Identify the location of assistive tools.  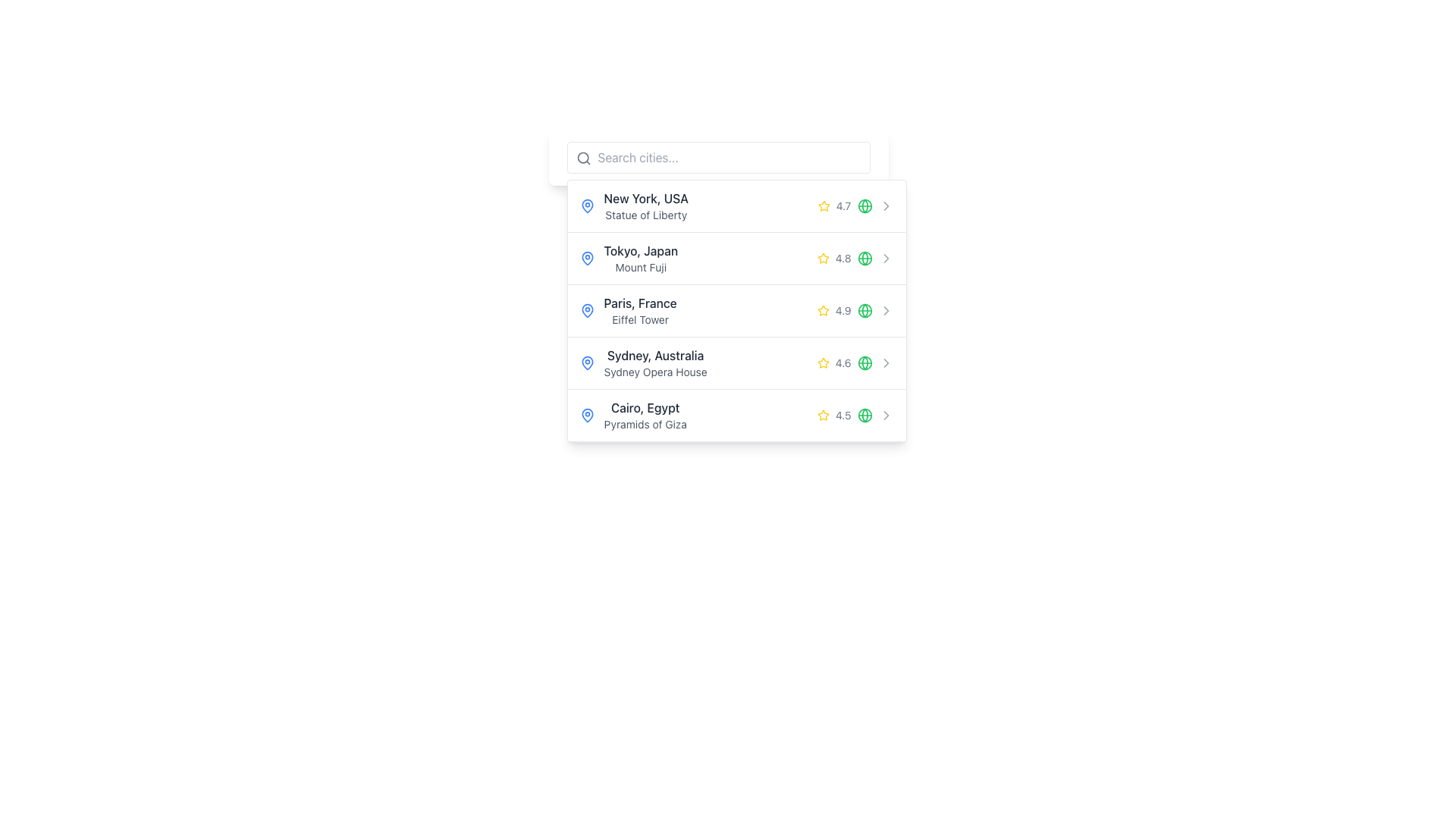
(640, 250).